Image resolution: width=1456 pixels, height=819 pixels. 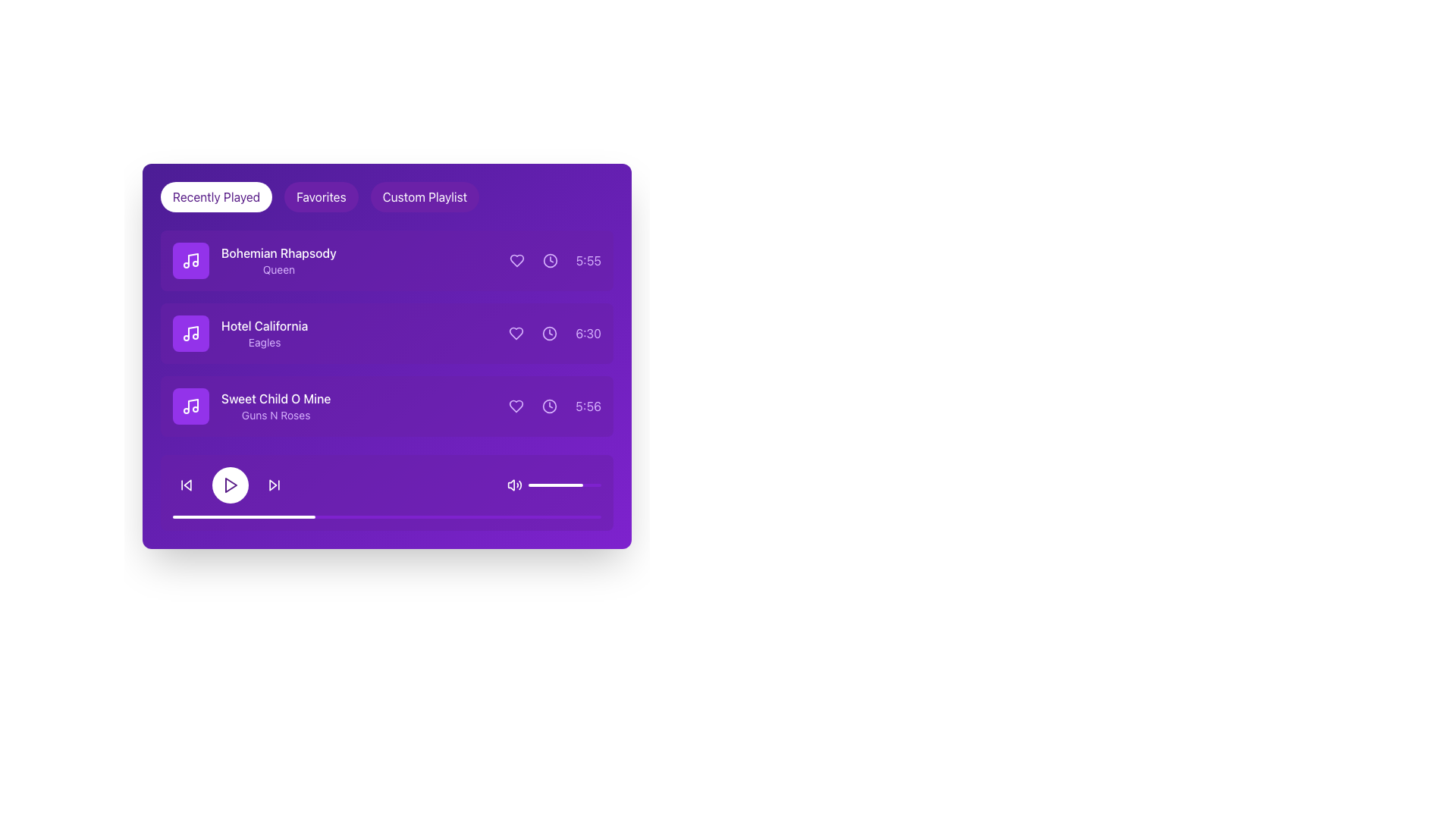 What do you see at coordinates (516, 332) in the screenshot?
I see `the second heart-shaped icon next to the song 'Hotel California'` at bounding box center [516, 332].